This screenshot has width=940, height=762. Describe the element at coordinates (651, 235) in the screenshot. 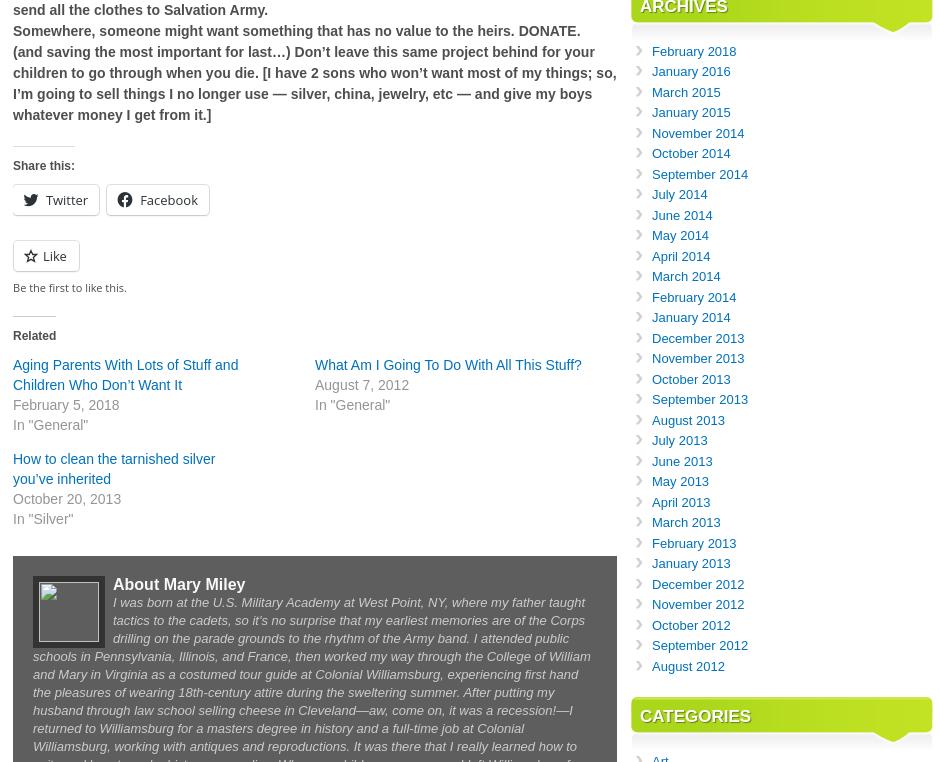

I see `'May 2014'` at that location.